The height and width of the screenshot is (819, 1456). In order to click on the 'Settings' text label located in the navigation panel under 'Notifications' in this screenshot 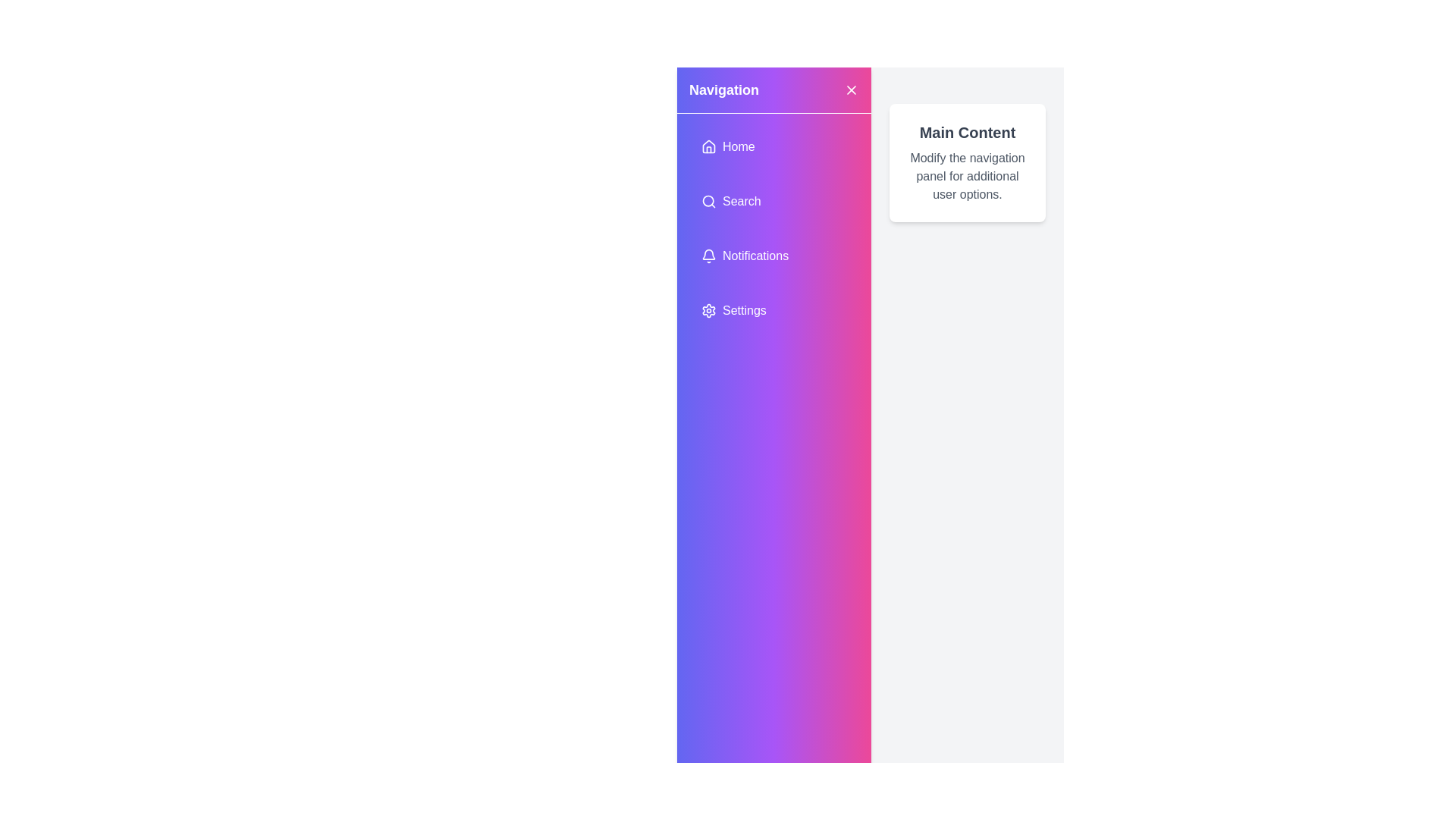, I will do `click(744, 309)`.